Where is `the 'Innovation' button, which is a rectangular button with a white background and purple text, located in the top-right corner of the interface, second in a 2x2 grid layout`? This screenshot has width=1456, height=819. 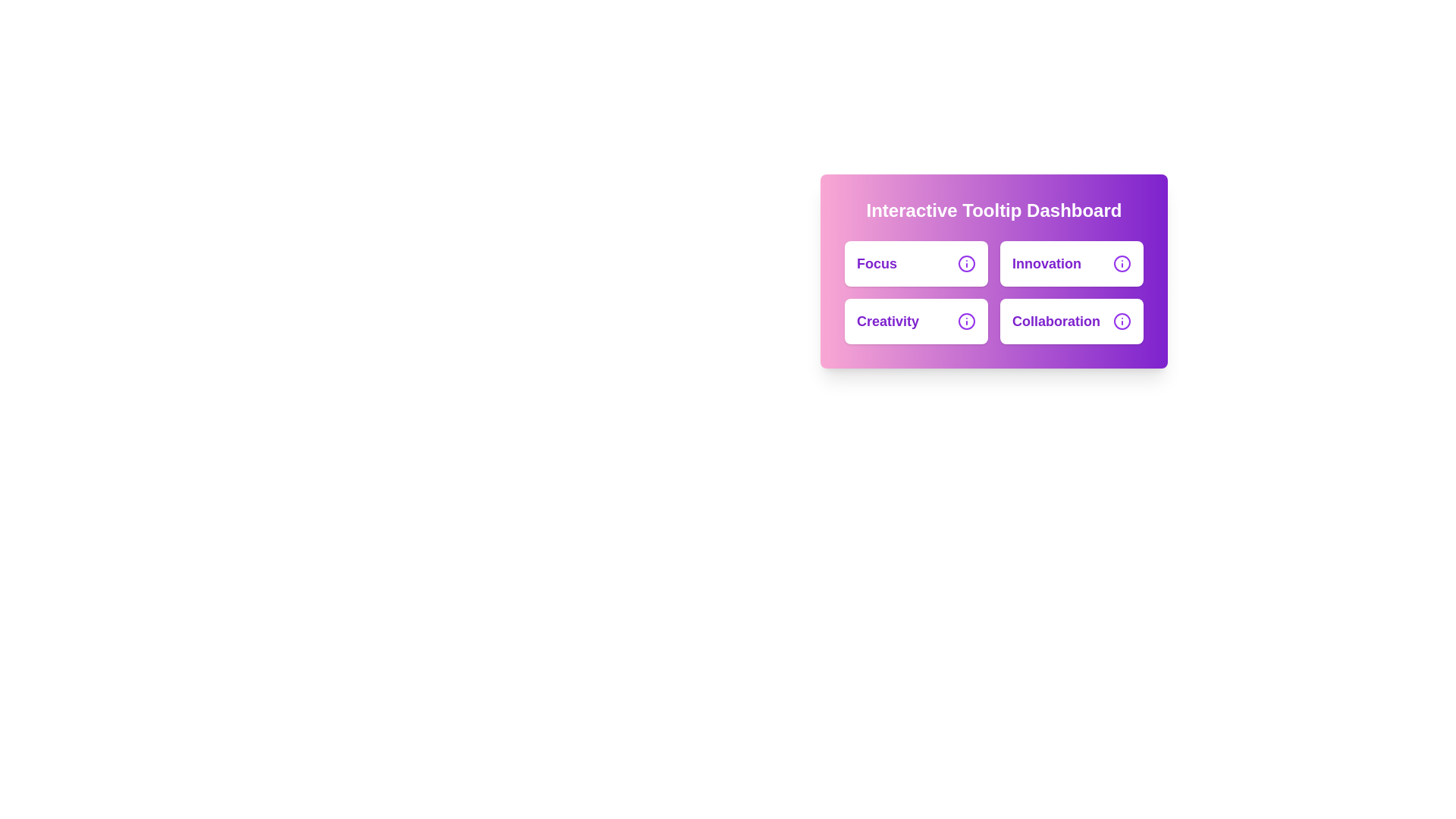 the 'Innovation' button, which is a rectangular button with a white background and purple text, located in the top-right corner of the interface, second in a 2x2 grid layout is located at coordinates (1071, 262).